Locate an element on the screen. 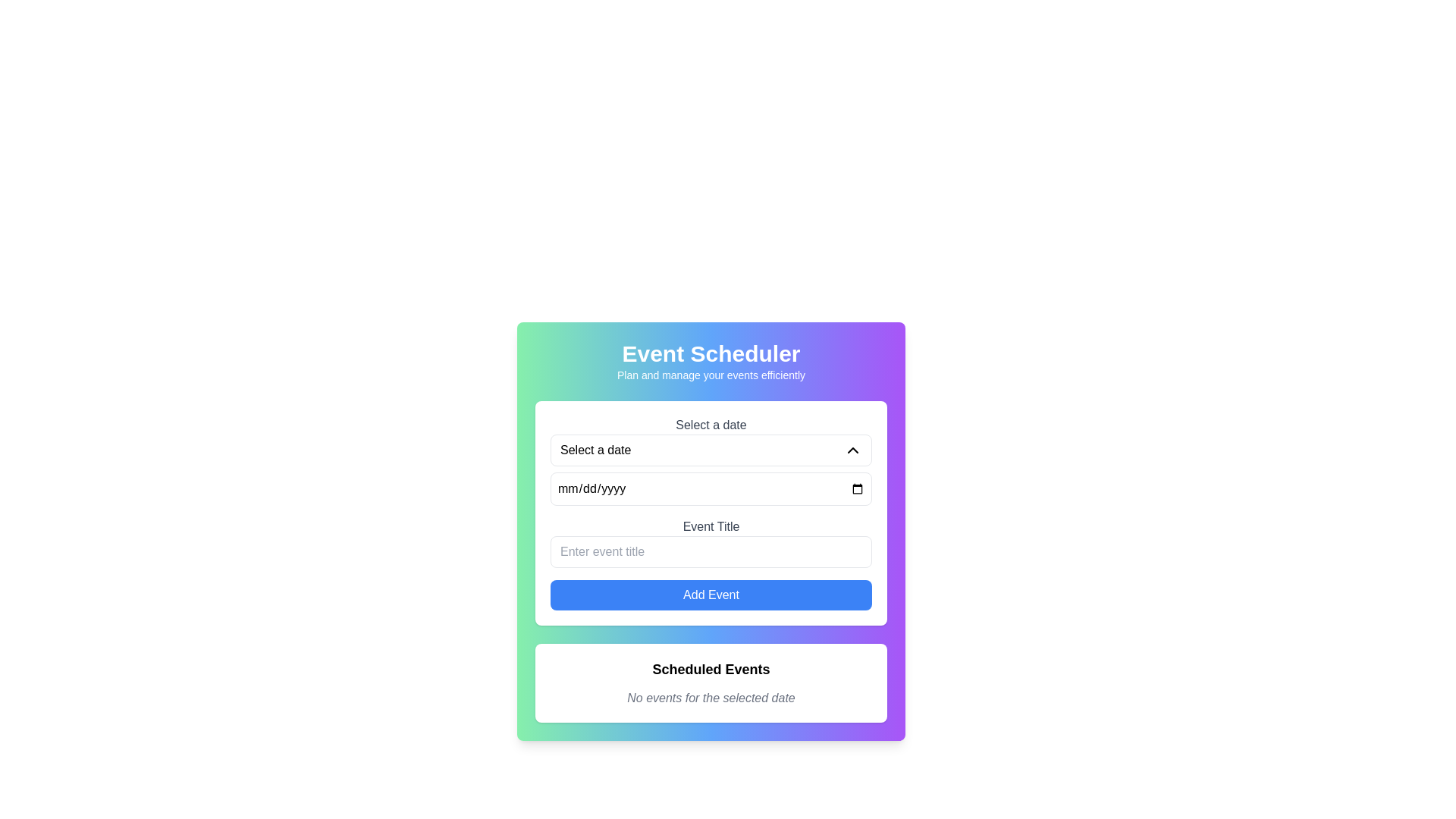  the italicized static text that reads 'No events for the selected date', which is located below the heading 'Scheduled Events' in the 'Scheduled Events' section is located at coordinates (710, 698).